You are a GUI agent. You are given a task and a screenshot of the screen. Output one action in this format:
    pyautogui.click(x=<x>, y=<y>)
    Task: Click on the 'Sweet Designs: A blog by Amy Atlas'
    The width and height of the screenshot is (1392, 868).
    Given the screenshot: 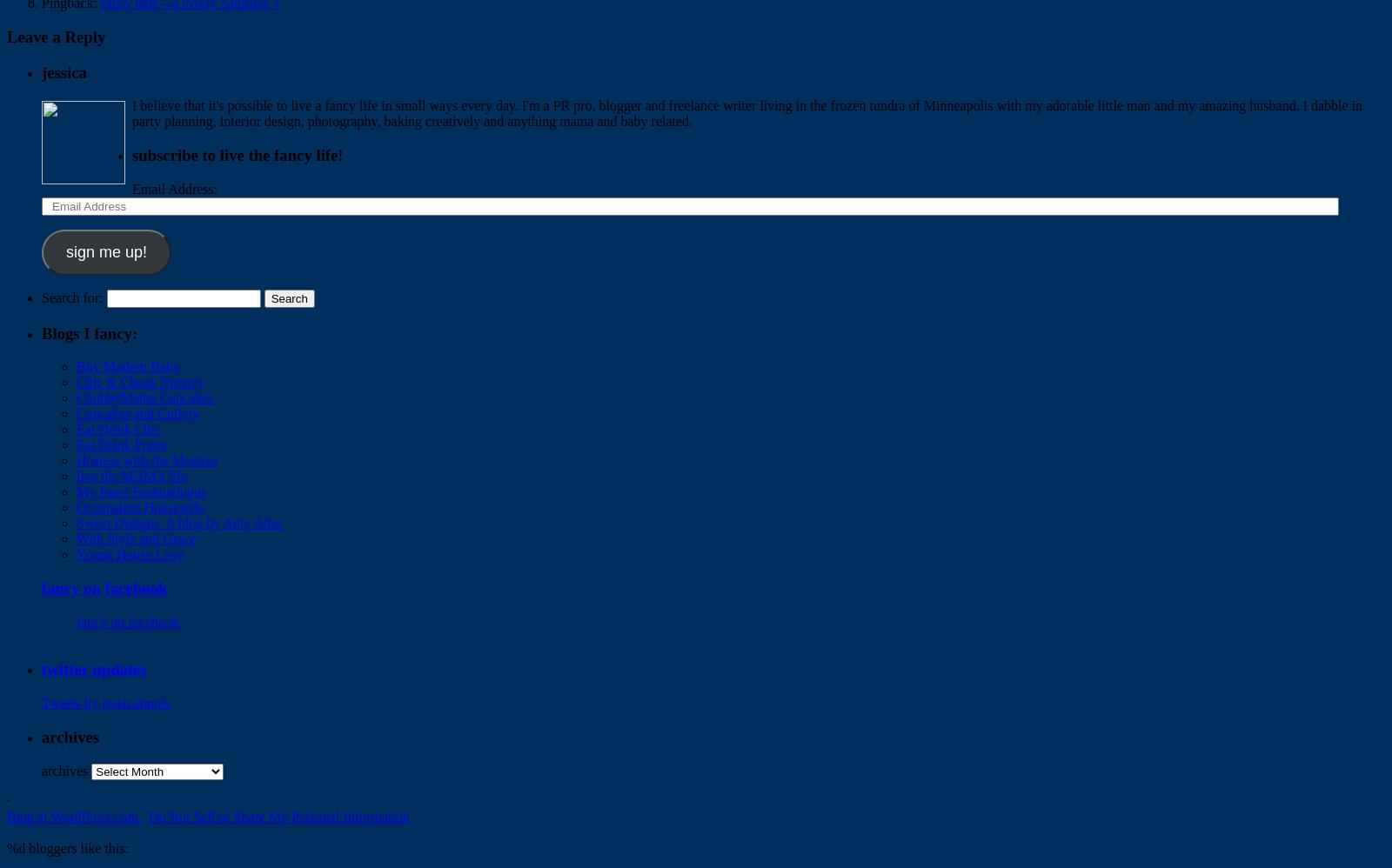 What is the action you would take?
    pyautogui.click(x=179, y=523)
    